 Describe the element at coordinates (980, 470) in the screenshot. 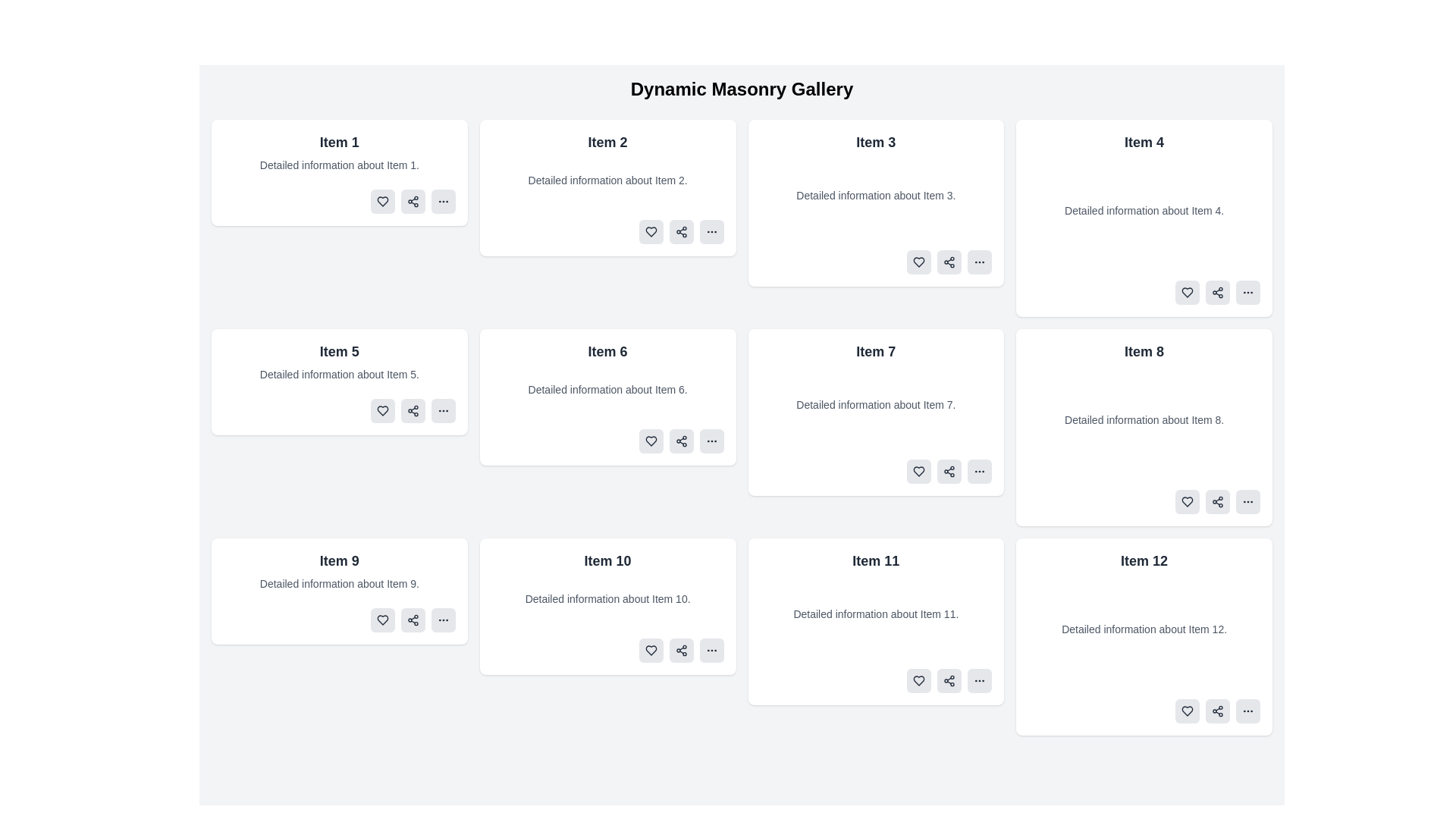

I see `the button located at the bottom right of the 'Item 7' box` at that location.